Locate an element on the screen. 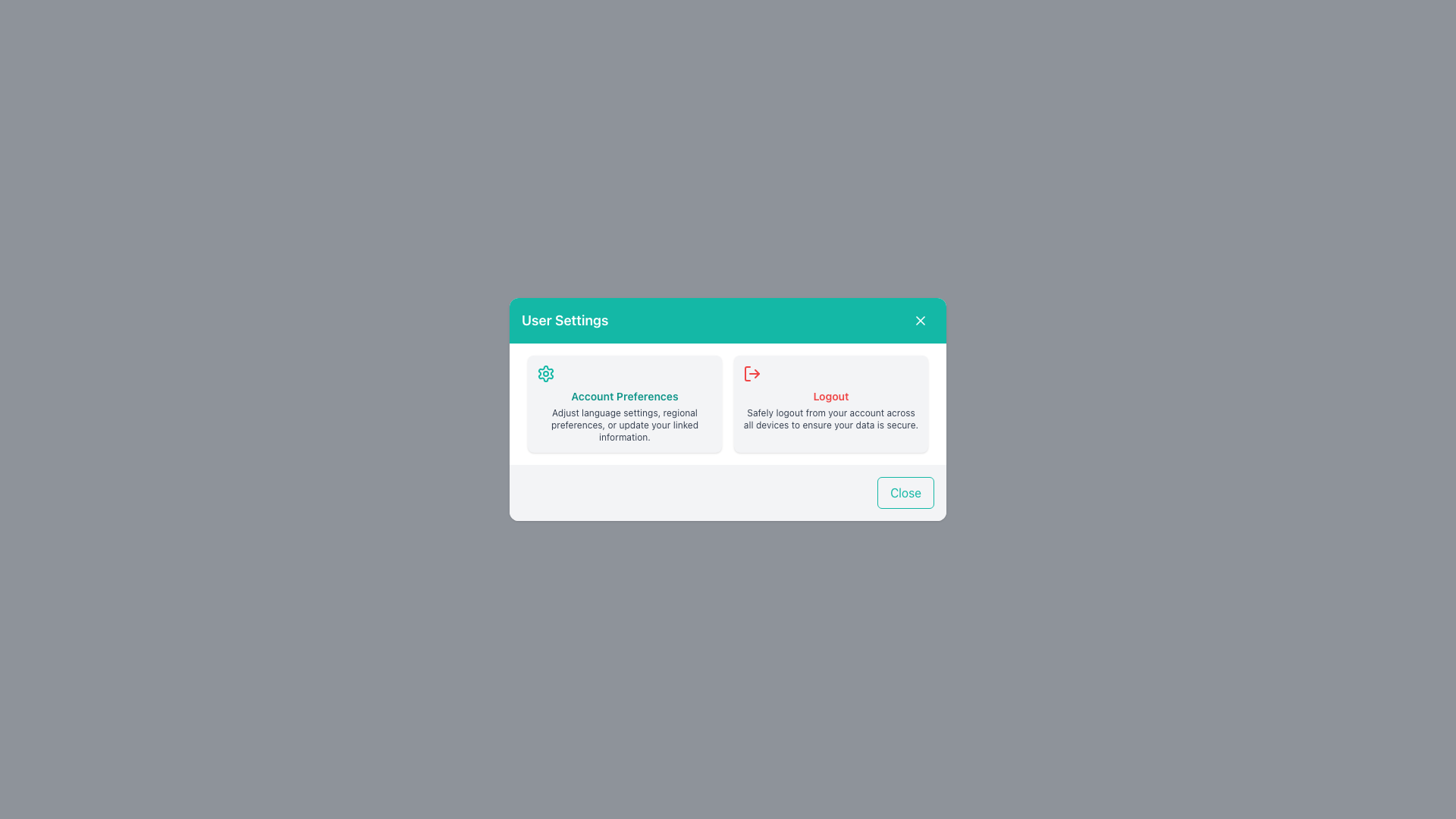 The image size is (1456, 819). the 'Account Preferences' selectable card is located at coordinates (625, 403).